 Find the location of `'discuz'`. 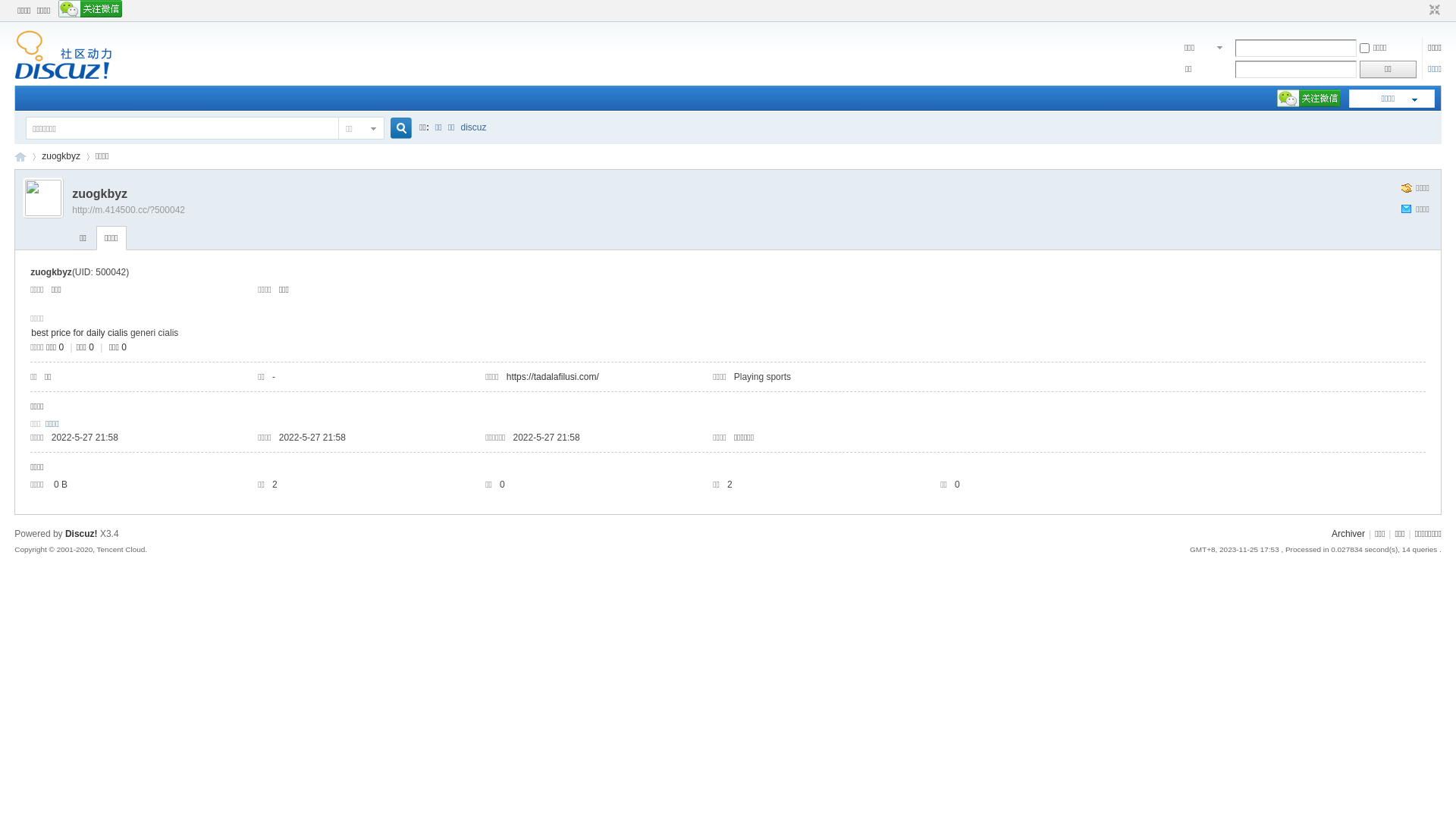

'discuz' is located at coordinates (472, 127).